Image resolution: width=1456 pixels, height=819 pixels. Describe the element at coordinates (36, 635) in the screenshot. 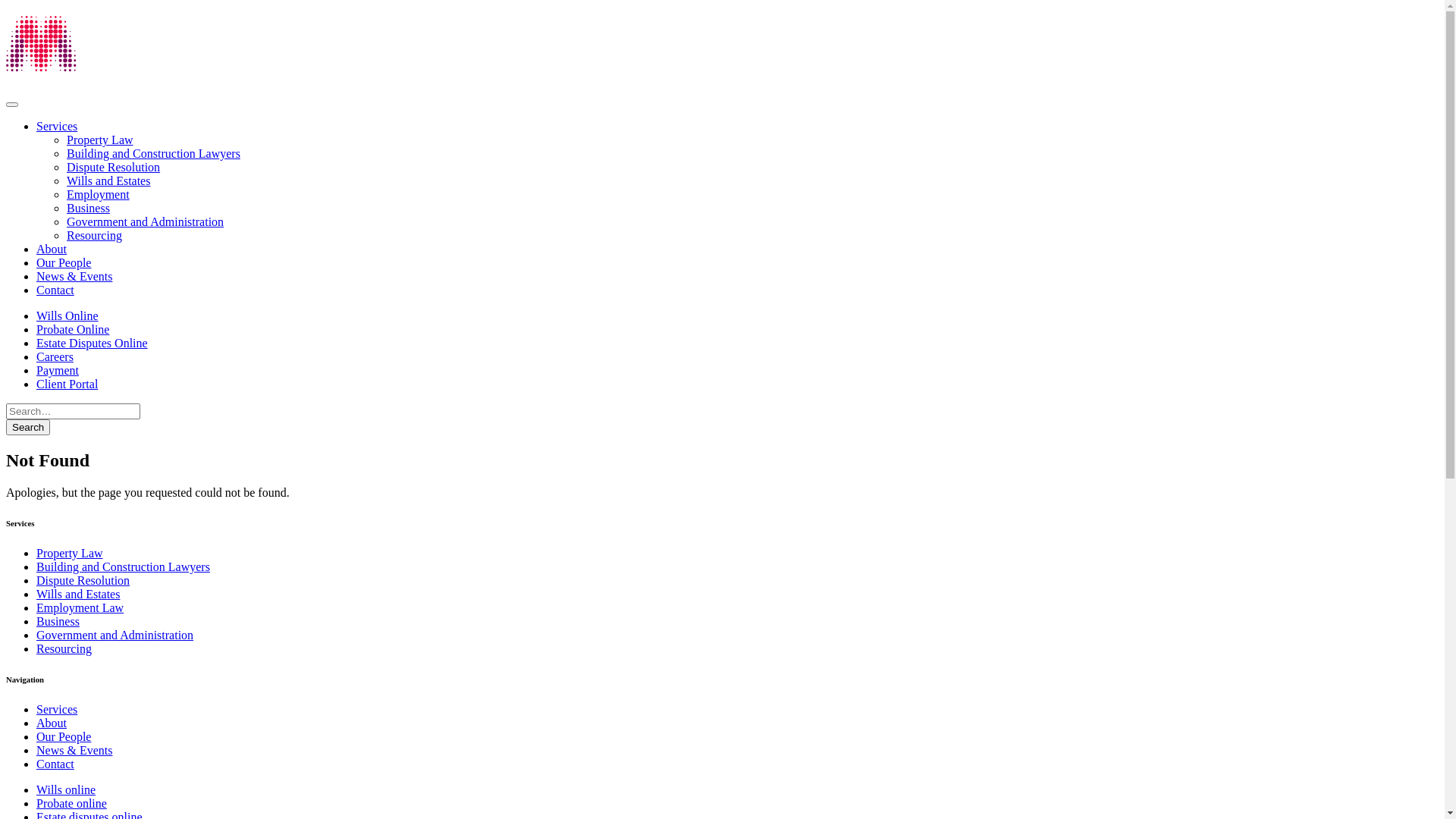

I see `'Government and Administration'` at that location.